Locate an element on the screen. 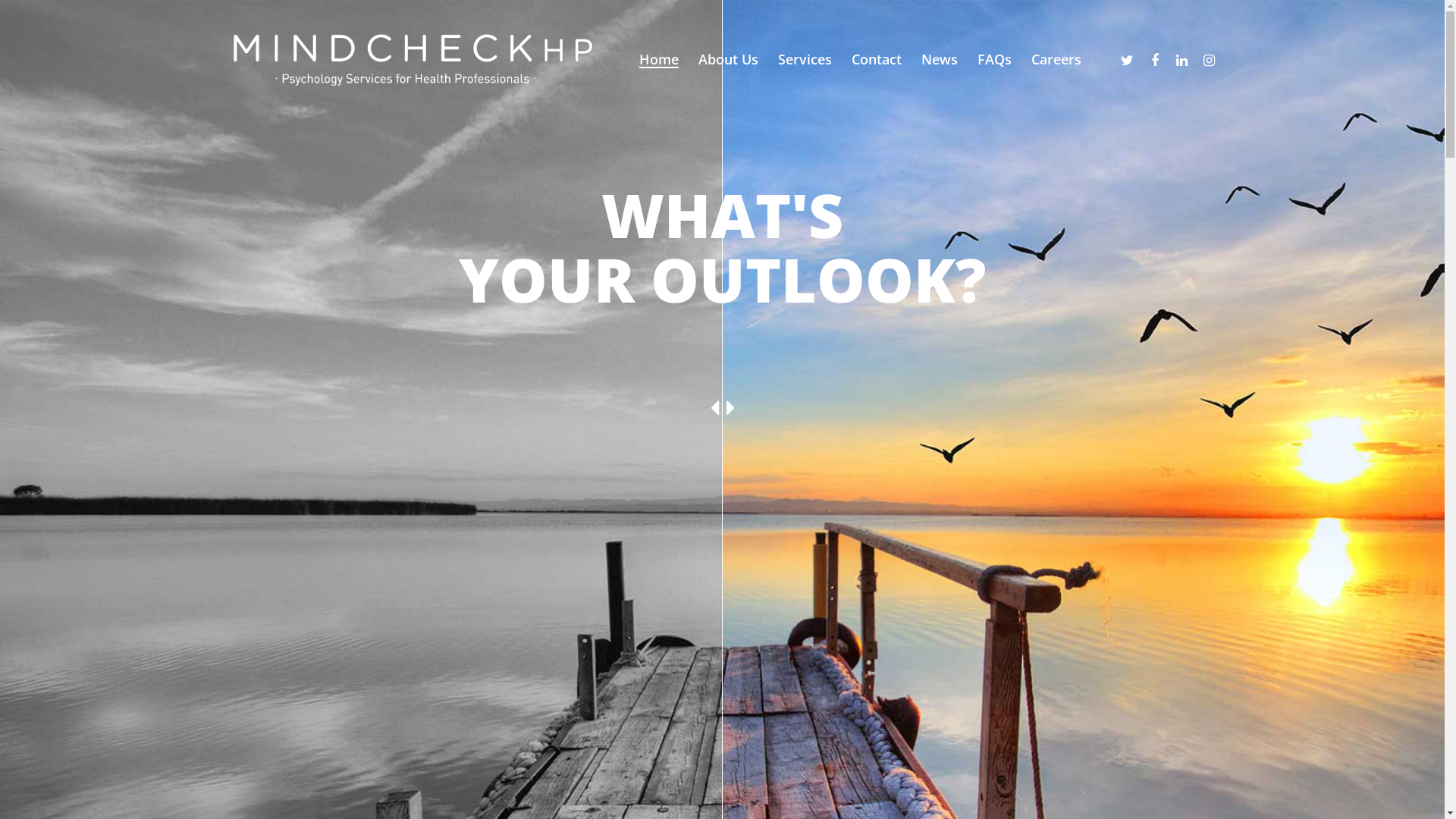 The image size is (1456, 819). 'Careers' is located at coordinates (1031, 58).